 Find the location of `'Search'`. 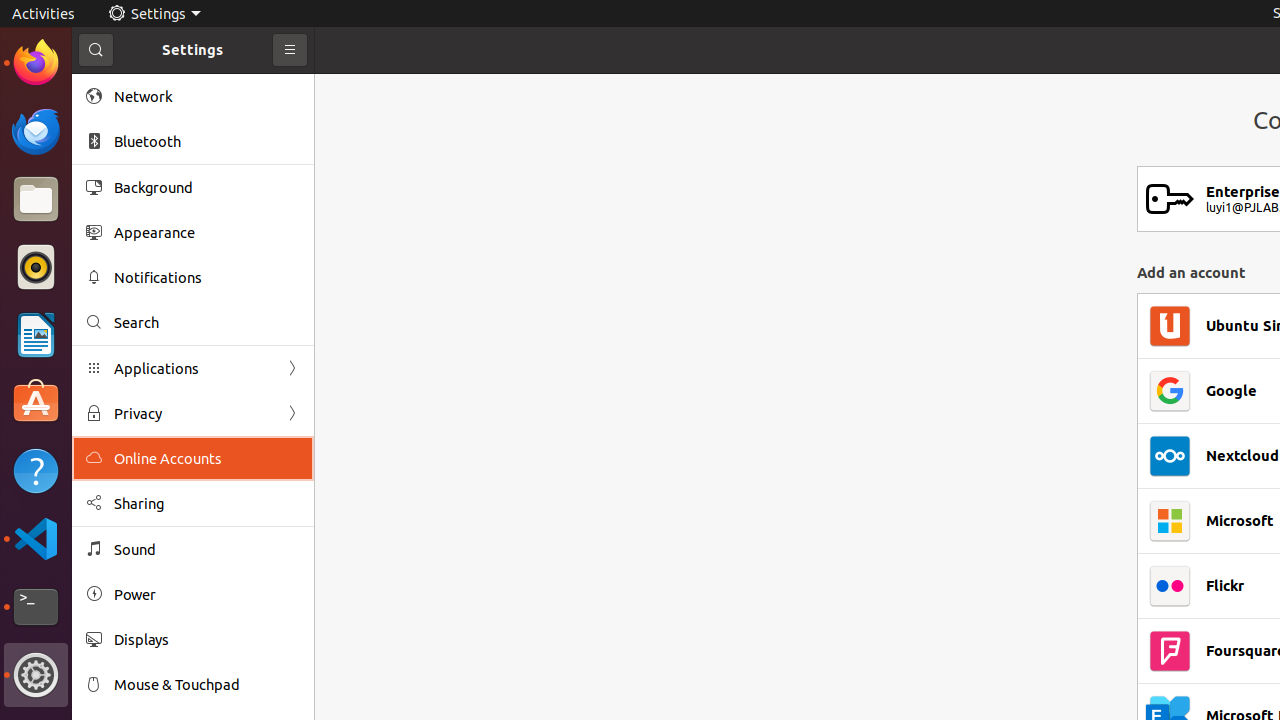

'Search' is located at coordinates (206, 321).